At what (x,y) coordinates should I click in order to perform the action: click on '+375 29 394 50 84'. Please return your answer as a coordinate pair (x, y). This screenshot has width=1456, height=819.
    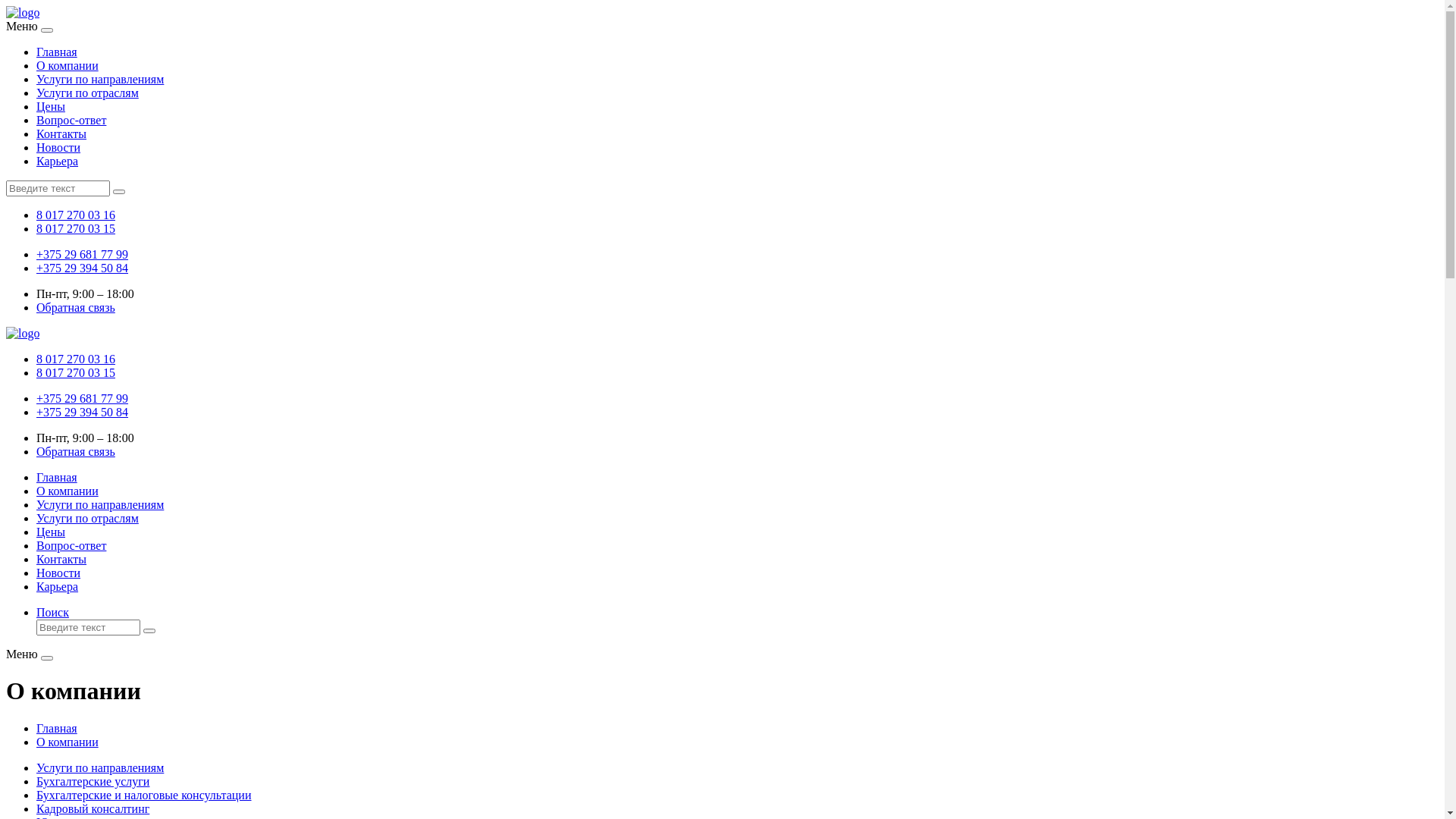
    Looking at the image, I should click on (81, 267).